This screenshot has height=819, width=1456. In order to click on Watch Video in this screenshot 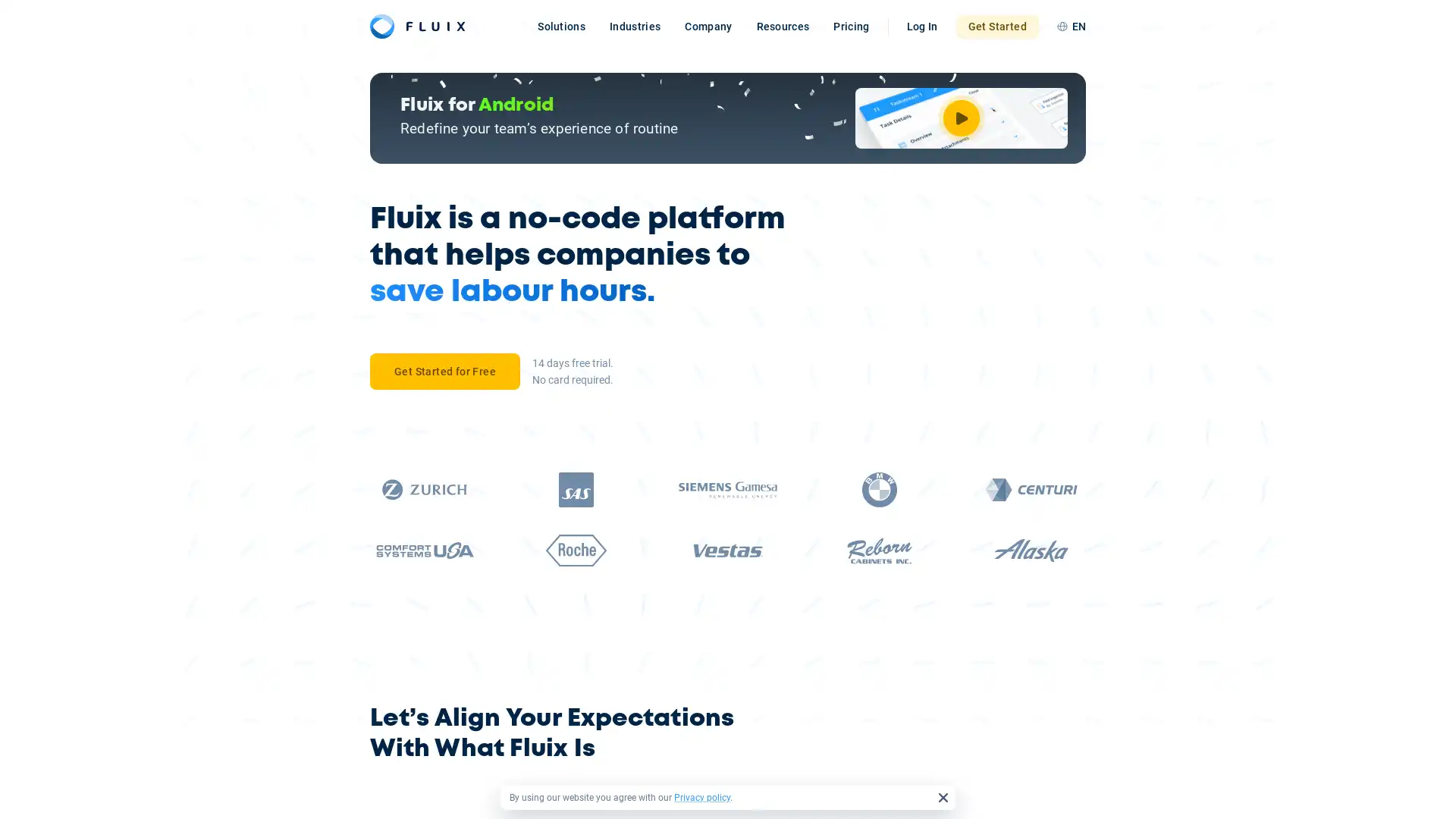, I will do `click(960, 117)`.